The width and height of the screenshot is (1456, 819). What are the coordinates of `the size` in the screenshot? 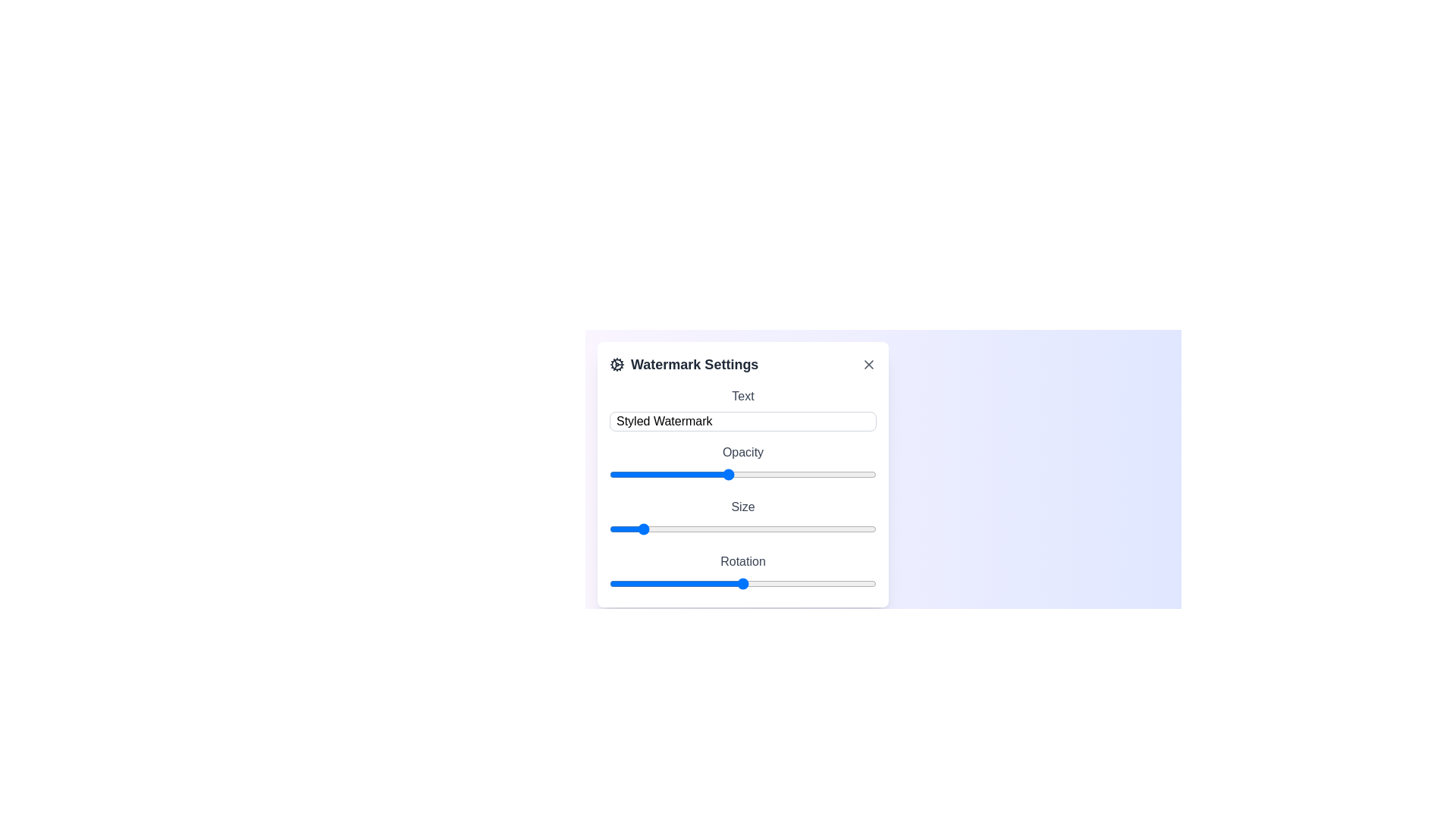 It's located at (712, 529).